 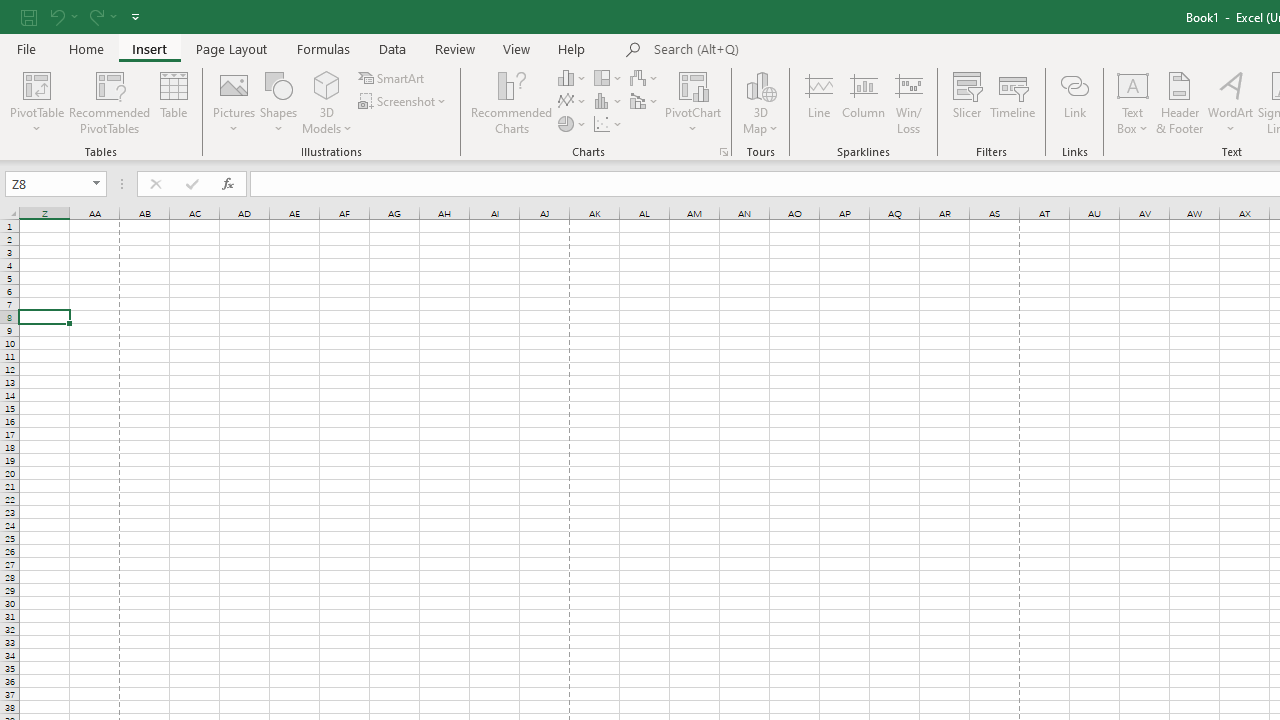 I want to click on 'Insert Waterfall, Funnel, Stock, Surface, or Radar Chart', so click(x=645, y=77).